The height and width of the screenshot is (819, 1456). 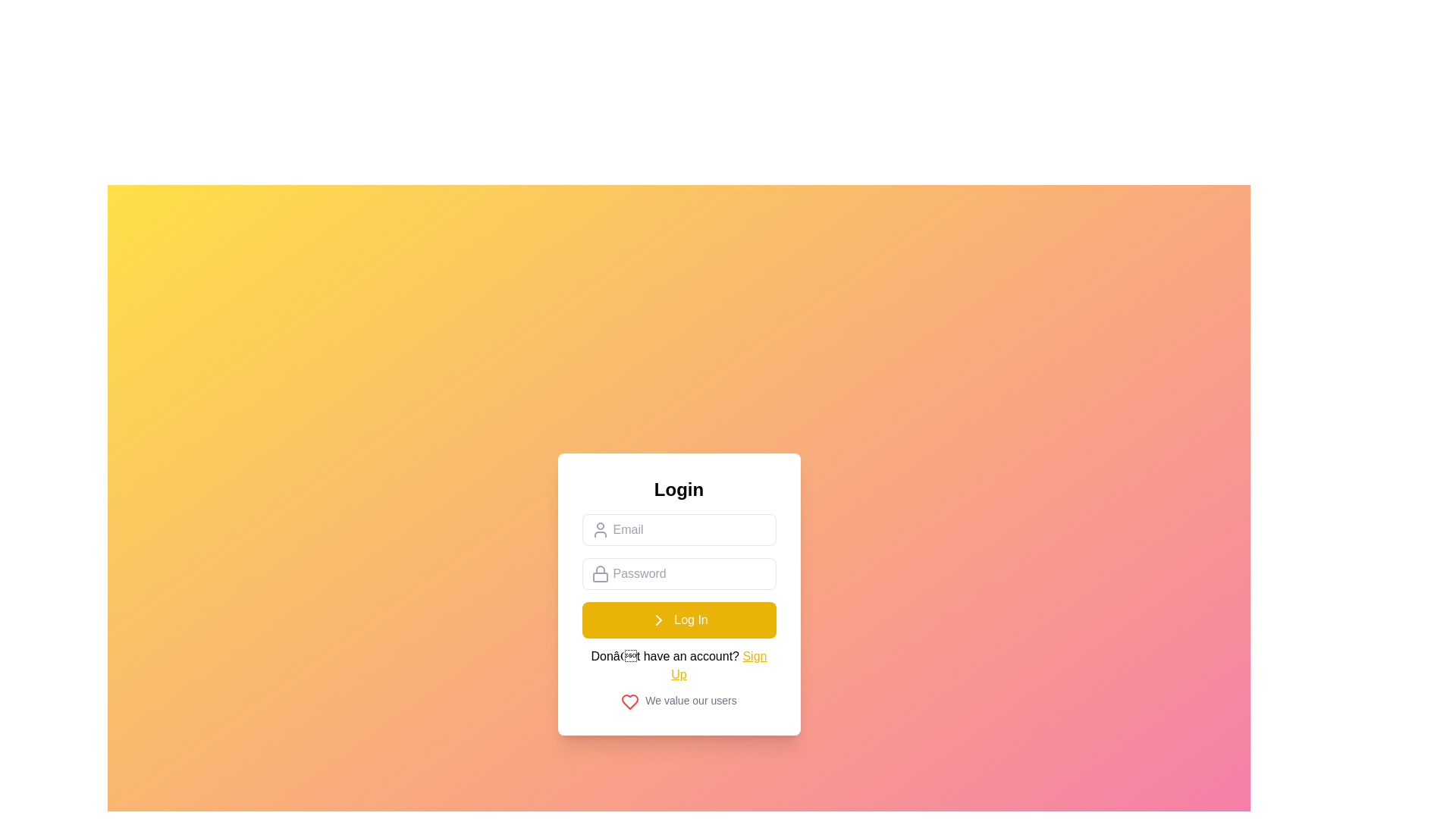 I want to click on the decorative icon representing the password entry functionality at the beginning of the password input field, so click(x=599, y=573).